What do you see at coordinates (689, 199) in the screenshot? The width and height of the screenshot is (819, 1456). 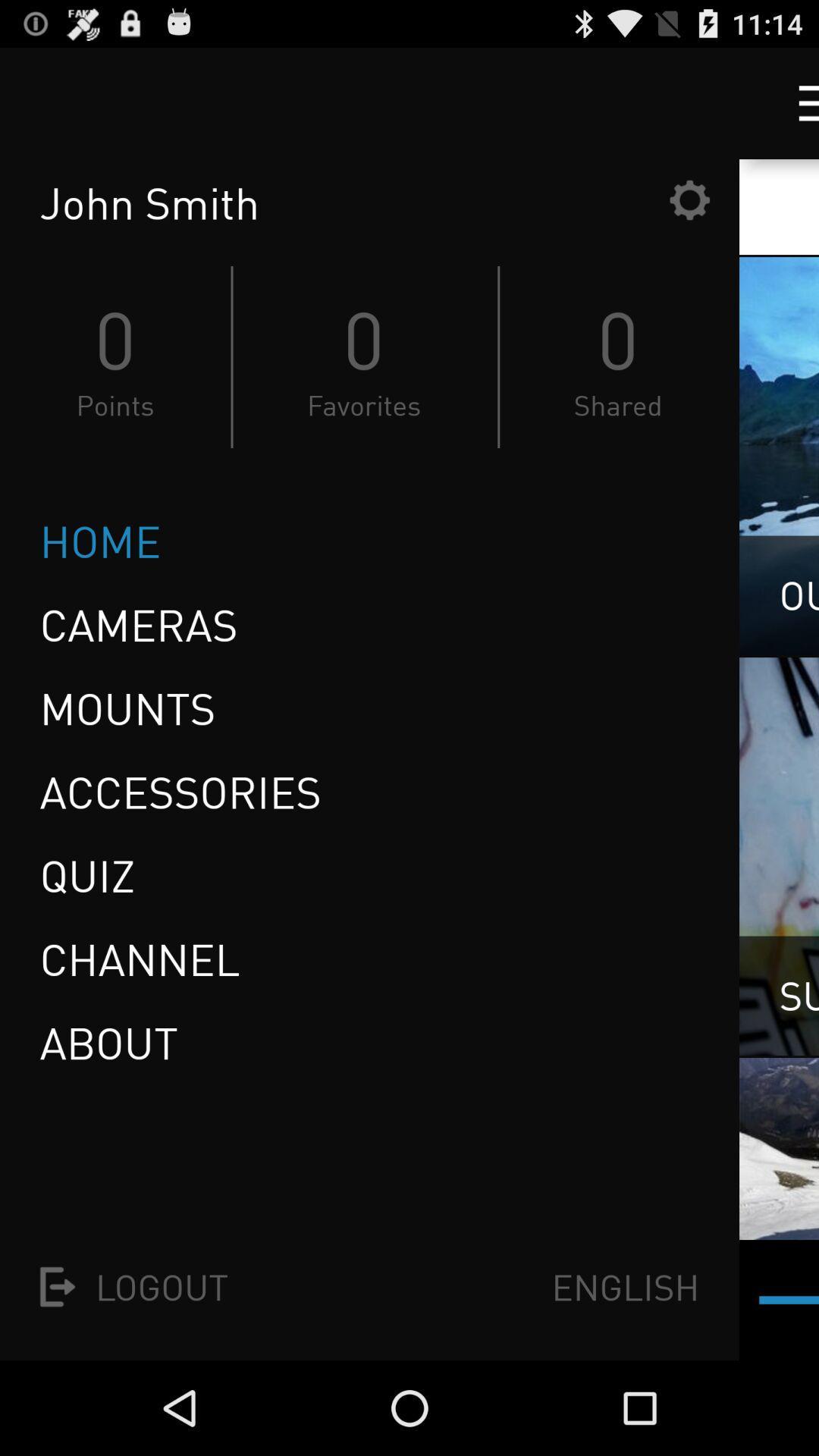 I see `settings` at bounding box center [689, 199].